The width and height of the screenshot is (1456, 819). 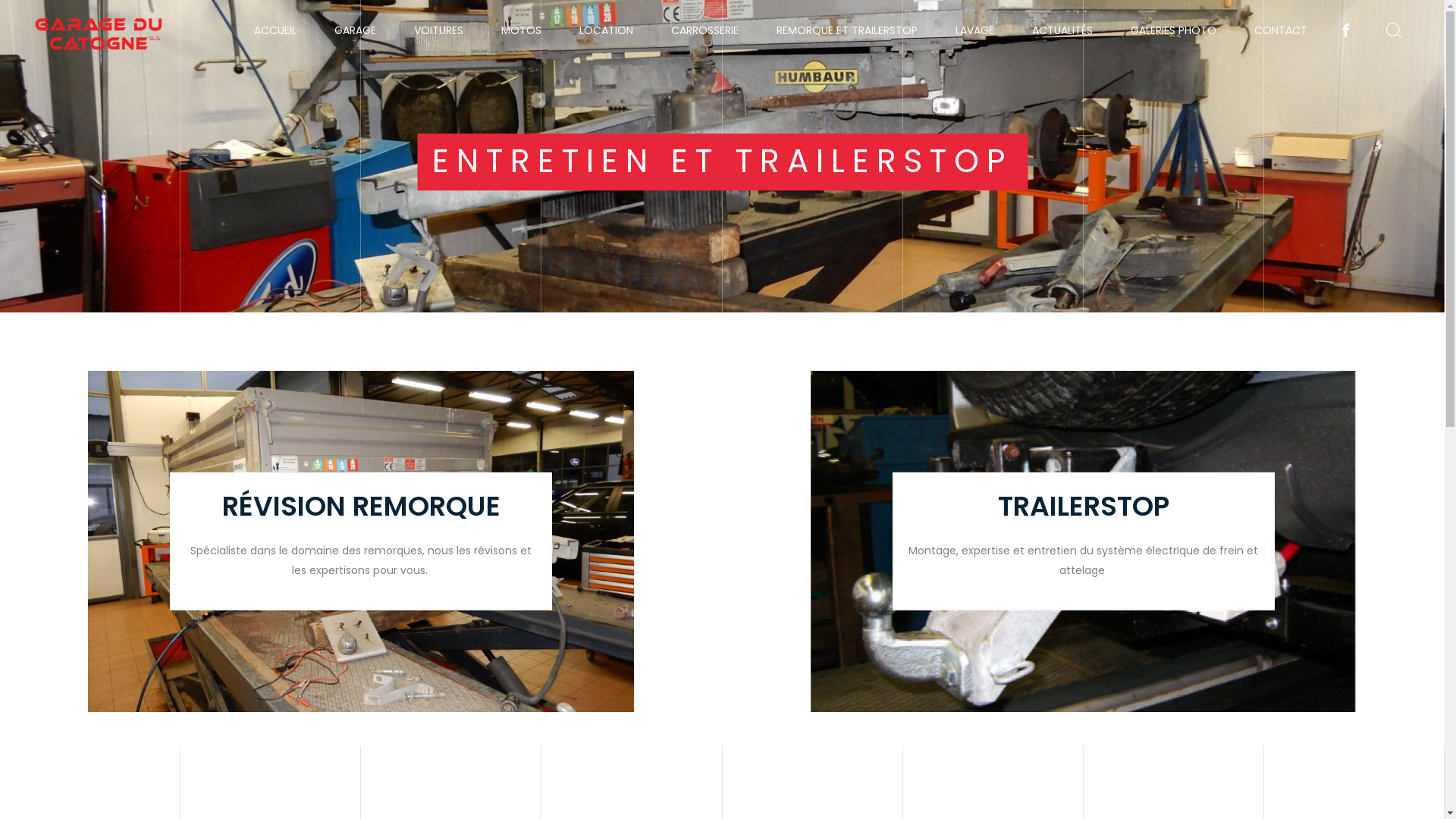 What do you see at coordinates (1119, 30) in the screenshot?
I see `'GALERIES PHOTO'` at bounding box center [1119, 30].